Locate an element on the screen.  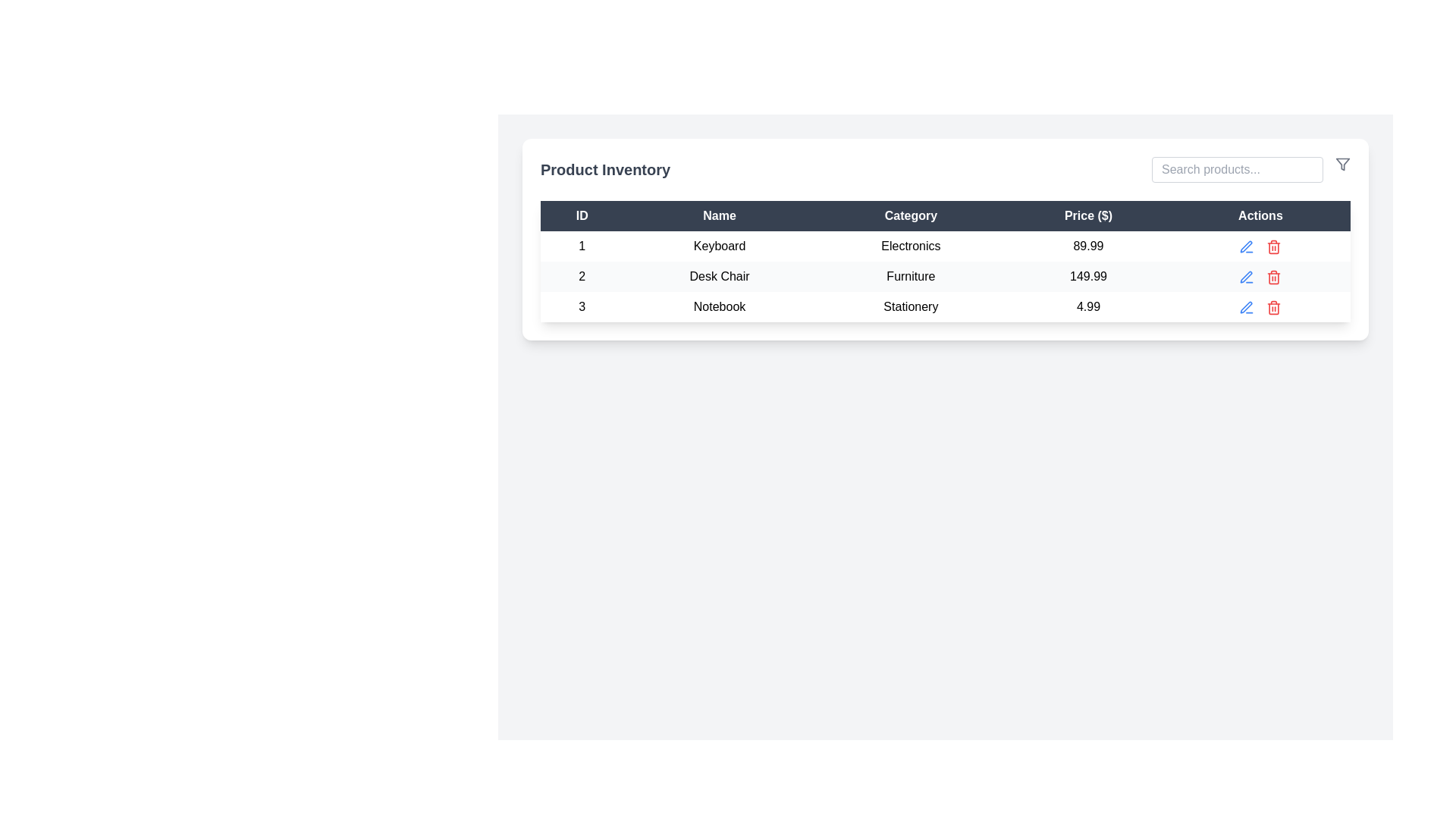
the static text label displaying the name of the product in the second cell under the 'Name' column of the inventory table, which is located in the first row of the table is located at coordinates (719, 245).